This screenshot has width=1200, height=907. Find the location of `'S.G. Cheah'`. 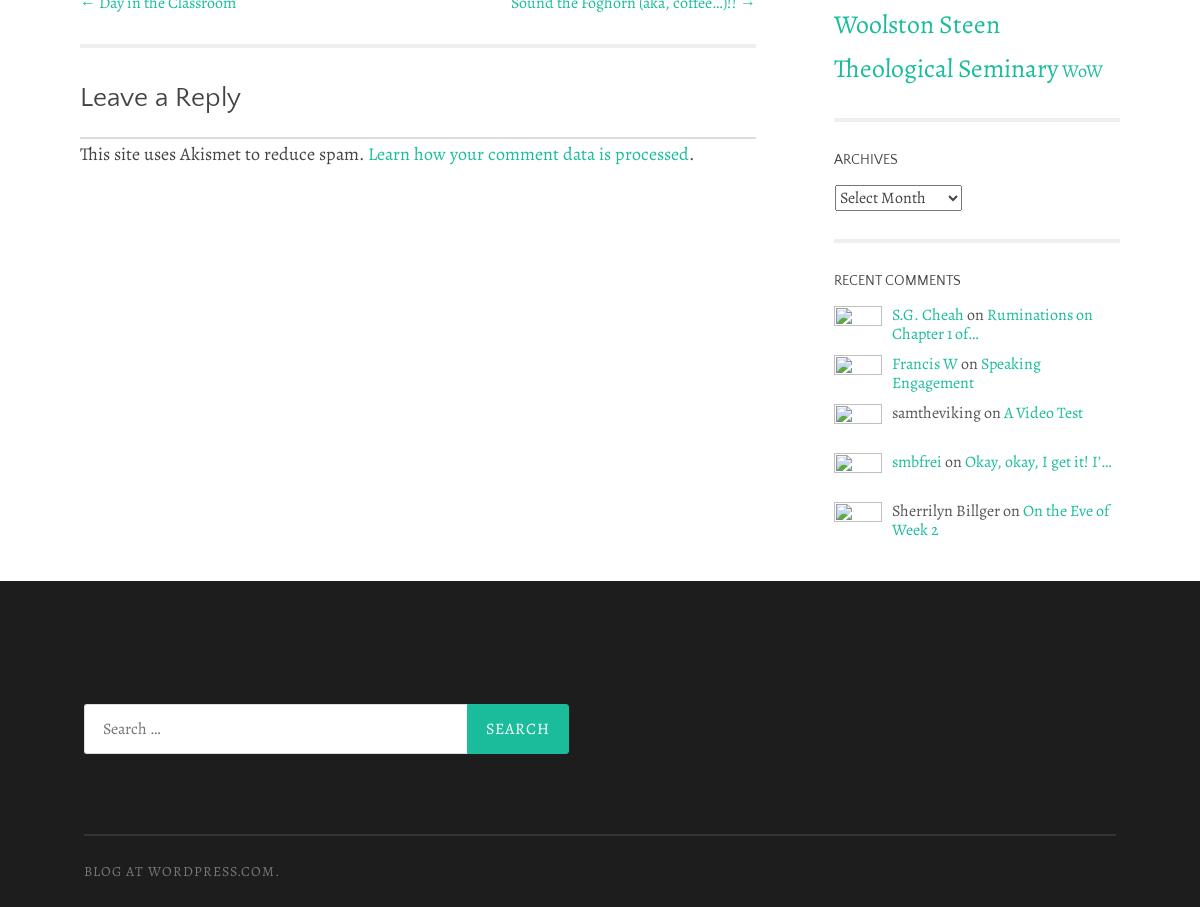

'S.G. Cheah' is located at coordinates (890, 314).